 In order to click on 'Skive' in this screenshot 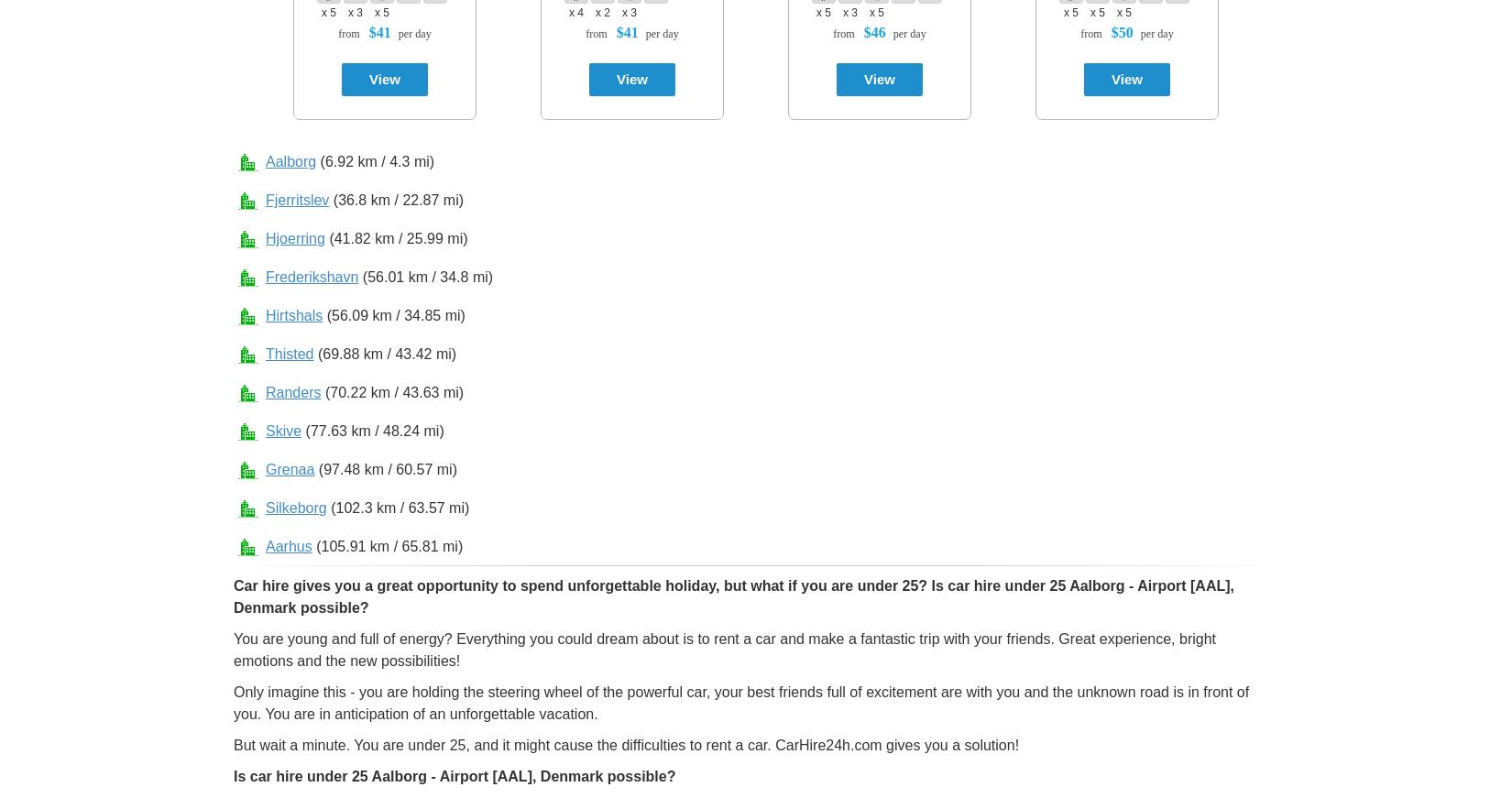, I will do `click(283, 431)`.